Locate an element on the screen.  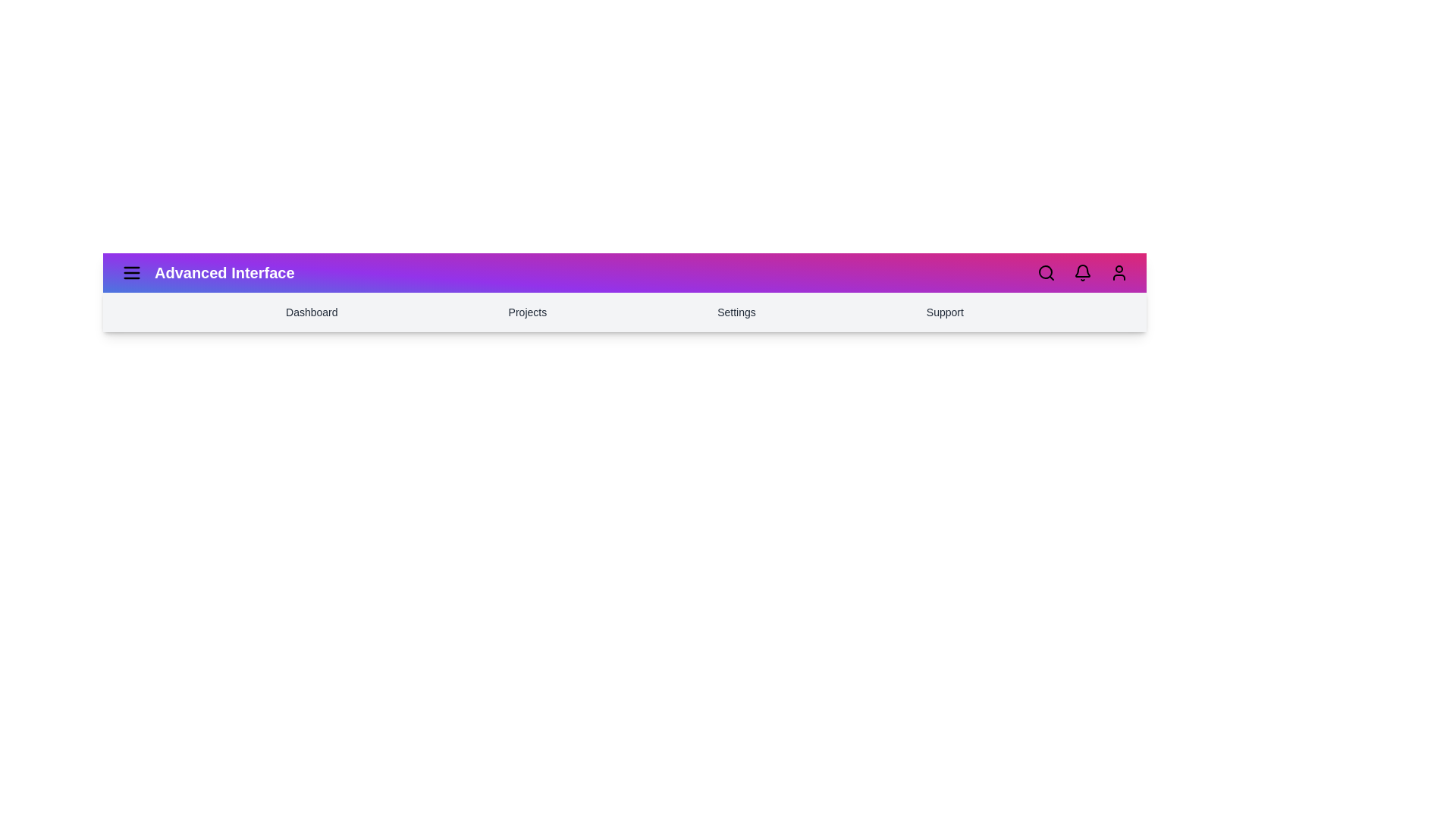
the menu item Dashboard to navigate to the respective section is located at coordinates (311, 312).